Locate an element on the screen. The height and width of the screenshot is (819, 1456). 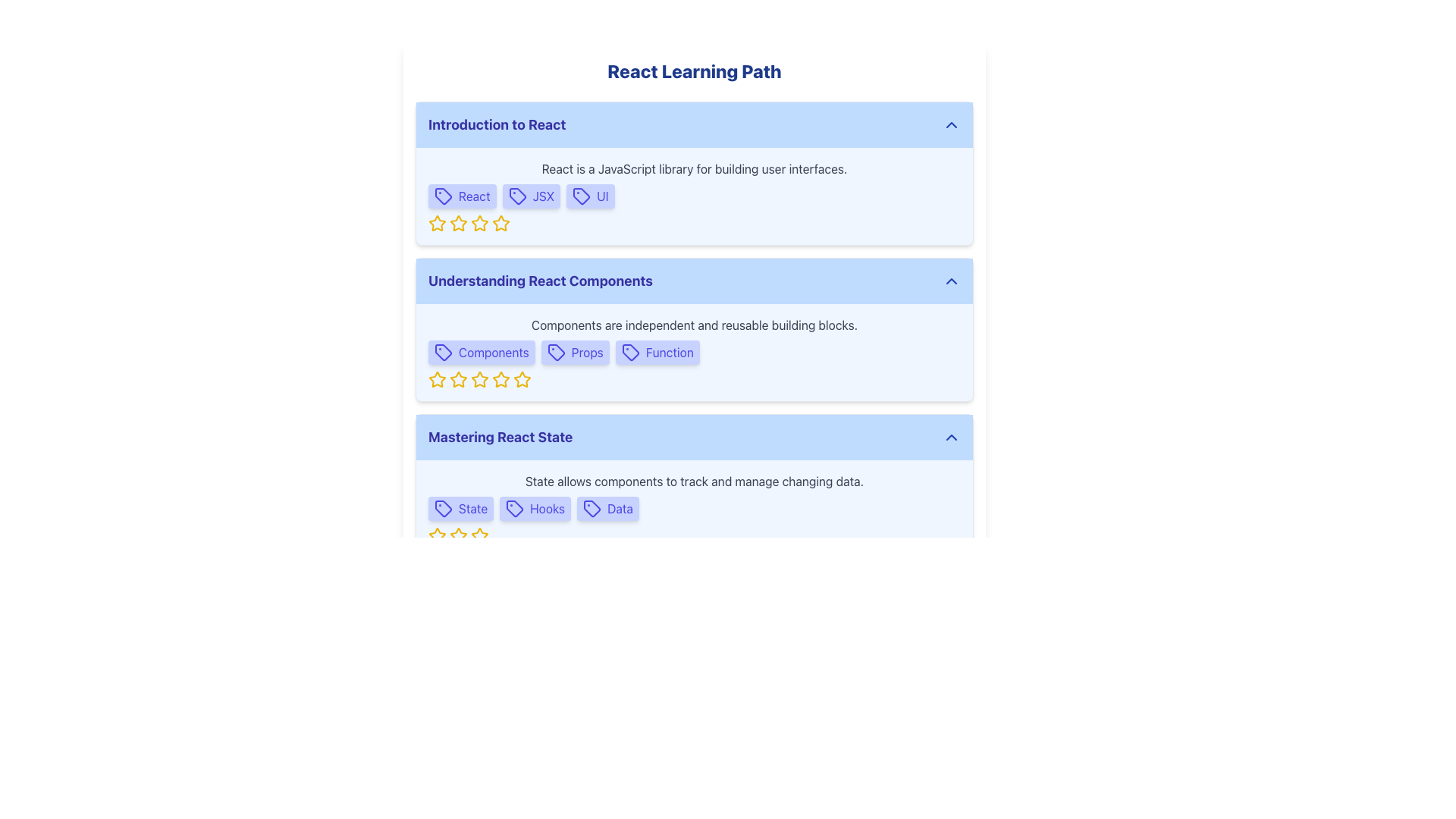
the Text Label that provides a descriptive text summarizing the purpose of React, located centrally within the light blue section titled 'Introduction to React.' is located at coordinates (694, 169).